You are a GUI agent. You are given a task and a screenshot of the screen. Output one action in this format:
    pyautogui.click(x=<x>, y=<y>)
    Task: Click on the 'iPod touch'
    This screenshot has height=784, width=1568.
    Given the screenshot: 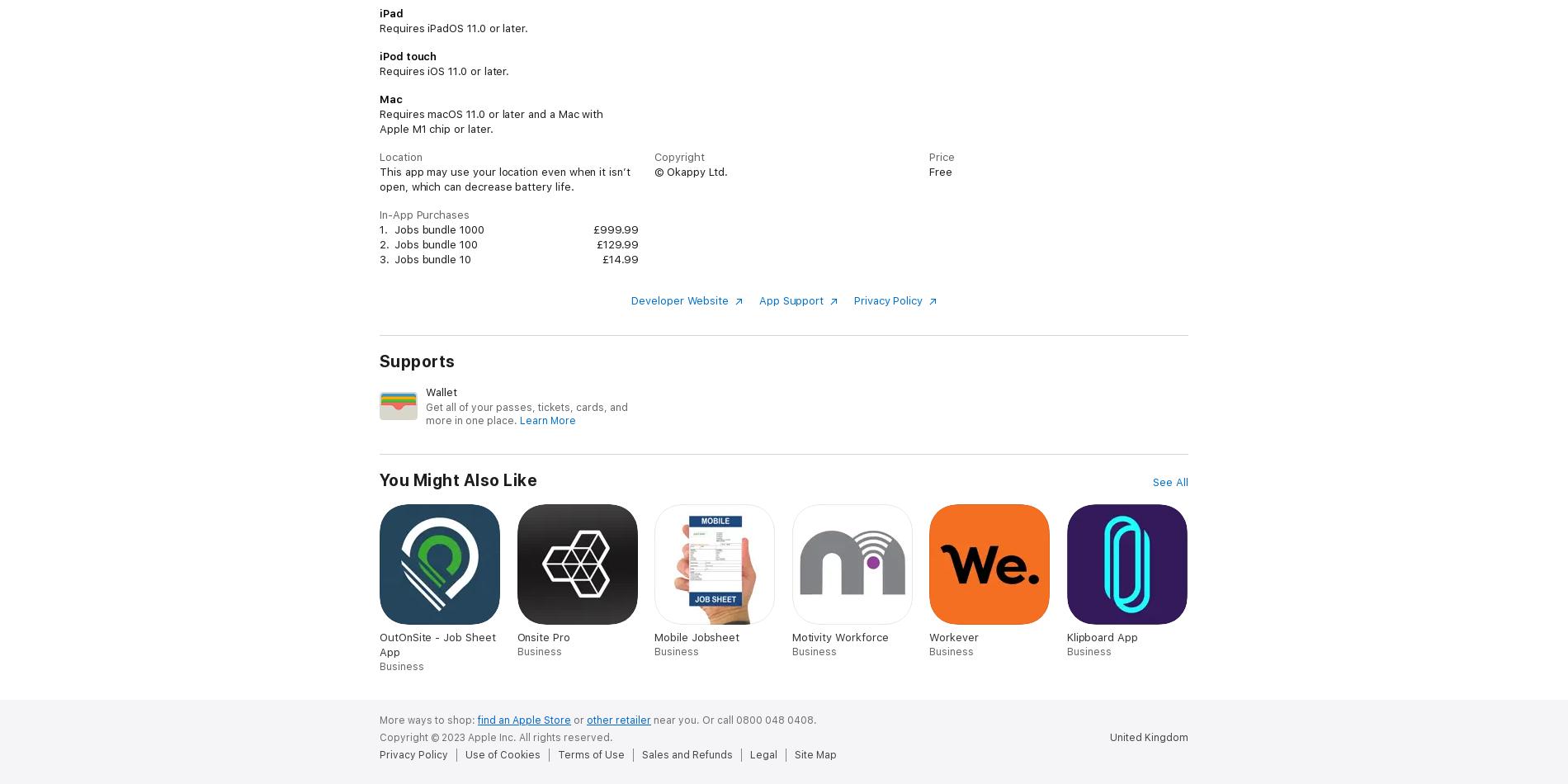 What is the action you would take?
    pyautogui.click(x=408, y=55)
    